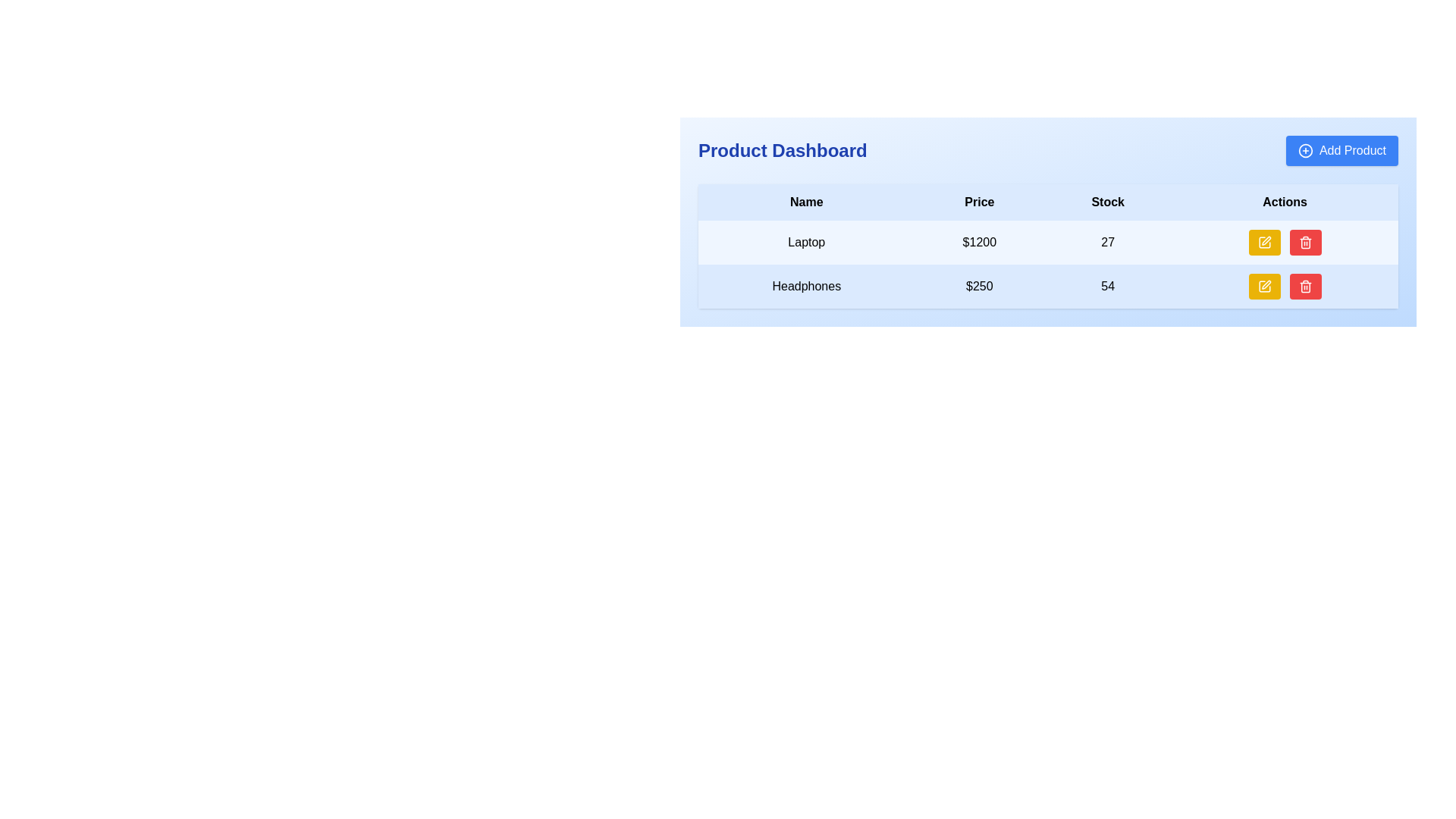 The image size is (1456, 819). Describe the element at coordinates (979, 287) in the screenshot. I see `the price display for 'Headphones', which is the second cell in the 'Price' column of the data table` at that location.